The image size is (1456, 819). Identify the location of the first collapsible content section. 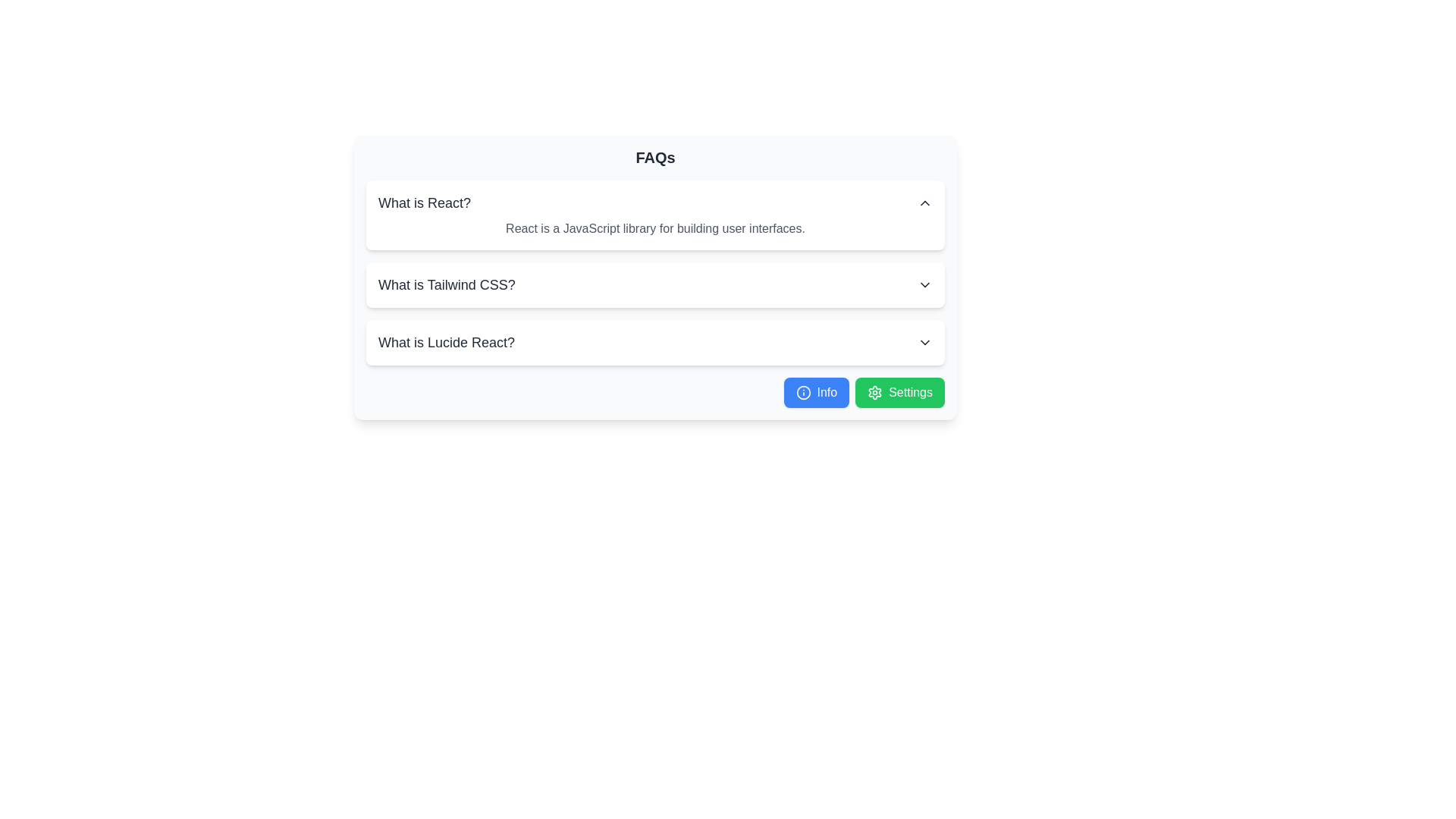
(655, 215).